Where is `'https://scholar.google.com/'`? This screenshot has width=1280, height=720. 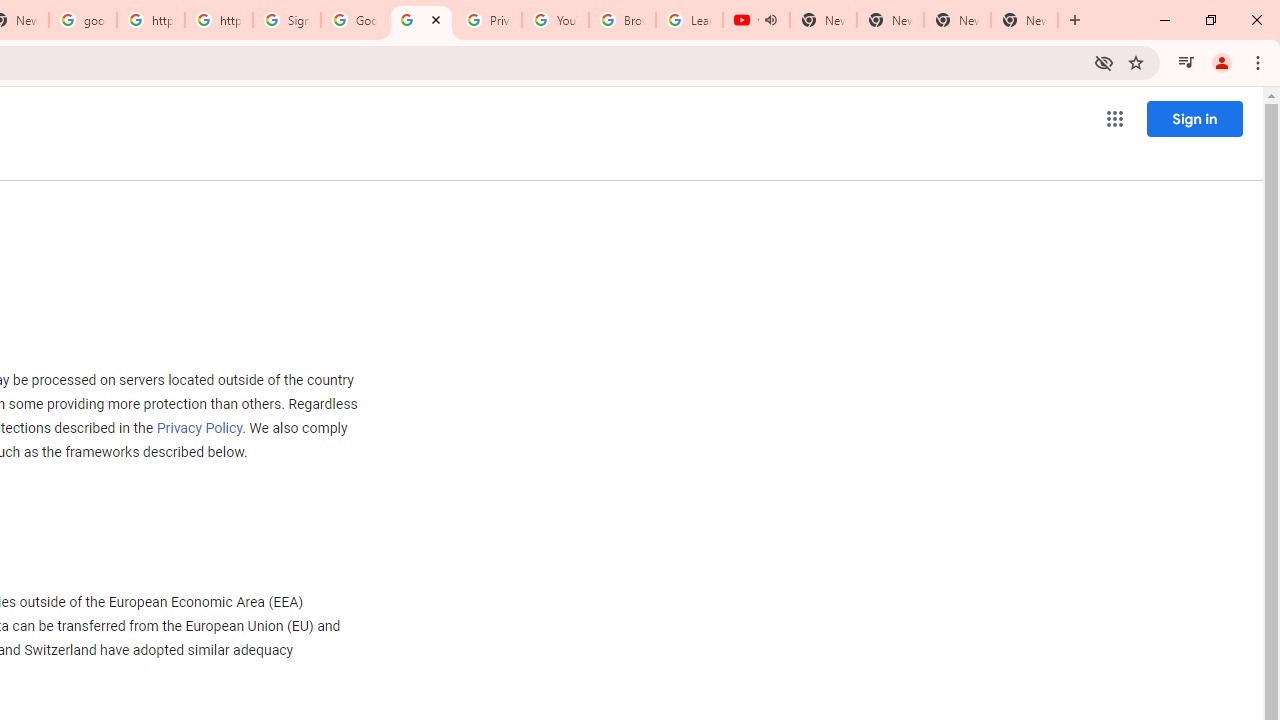
'https://scholar.google.com/' is located at coordinates (150, 20).